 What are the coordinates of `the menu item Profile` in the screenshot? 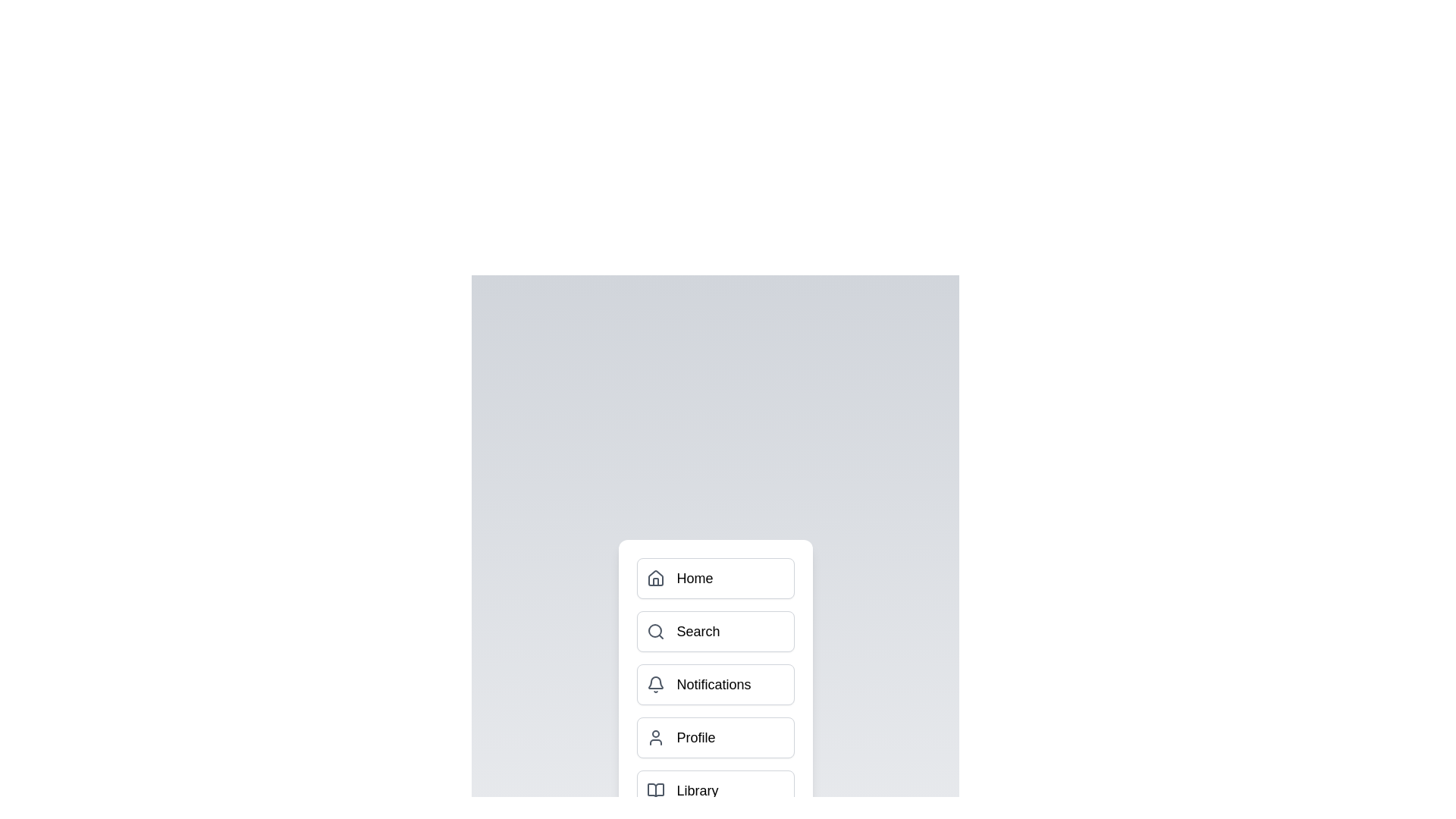 It's located at (714, 736).